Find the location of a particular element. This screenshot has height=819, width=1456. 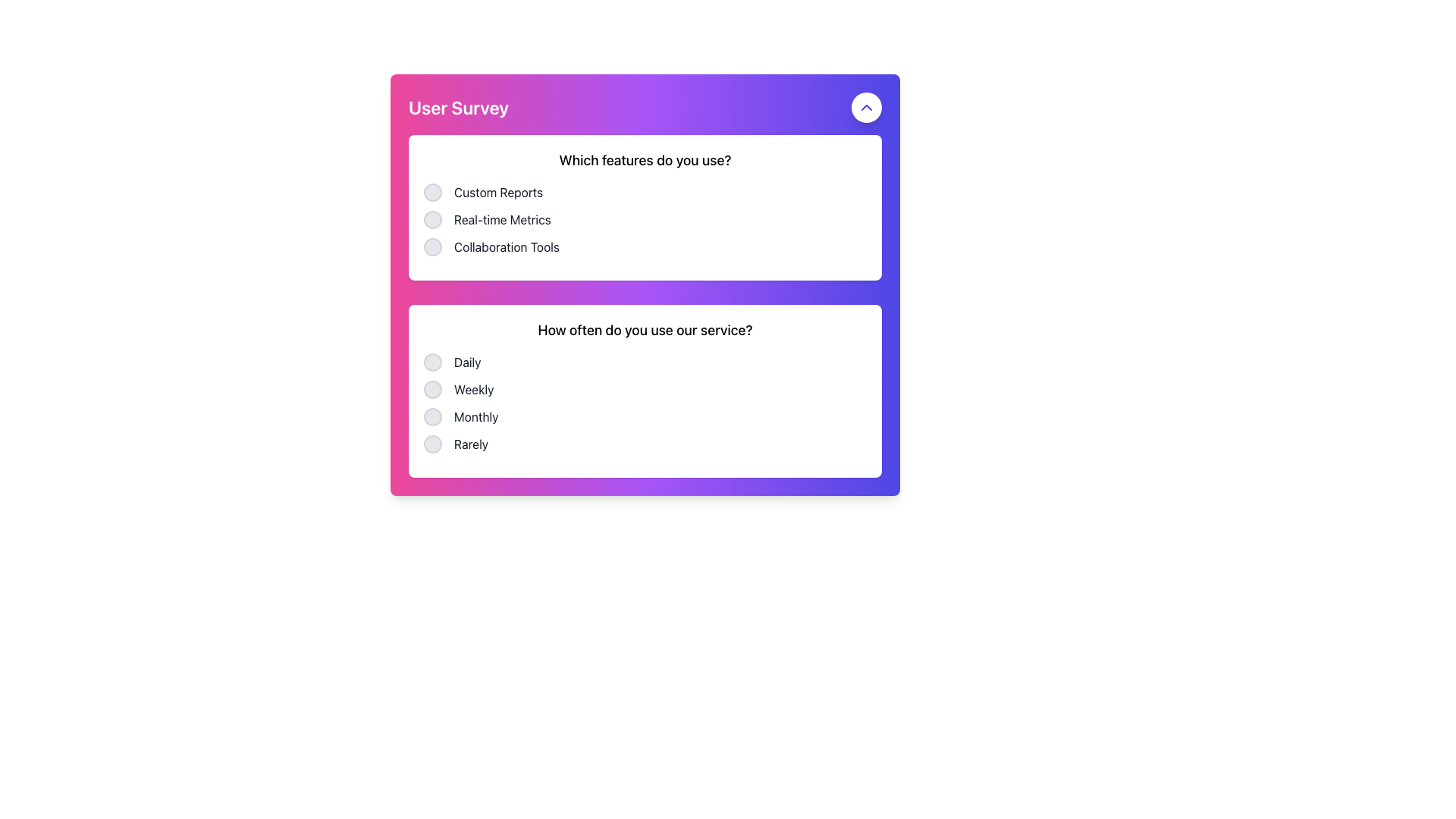

the first radio button option labeled 'Weekly' in the survey question 'How often do you use our service?' is located at coordinates (432, 388).